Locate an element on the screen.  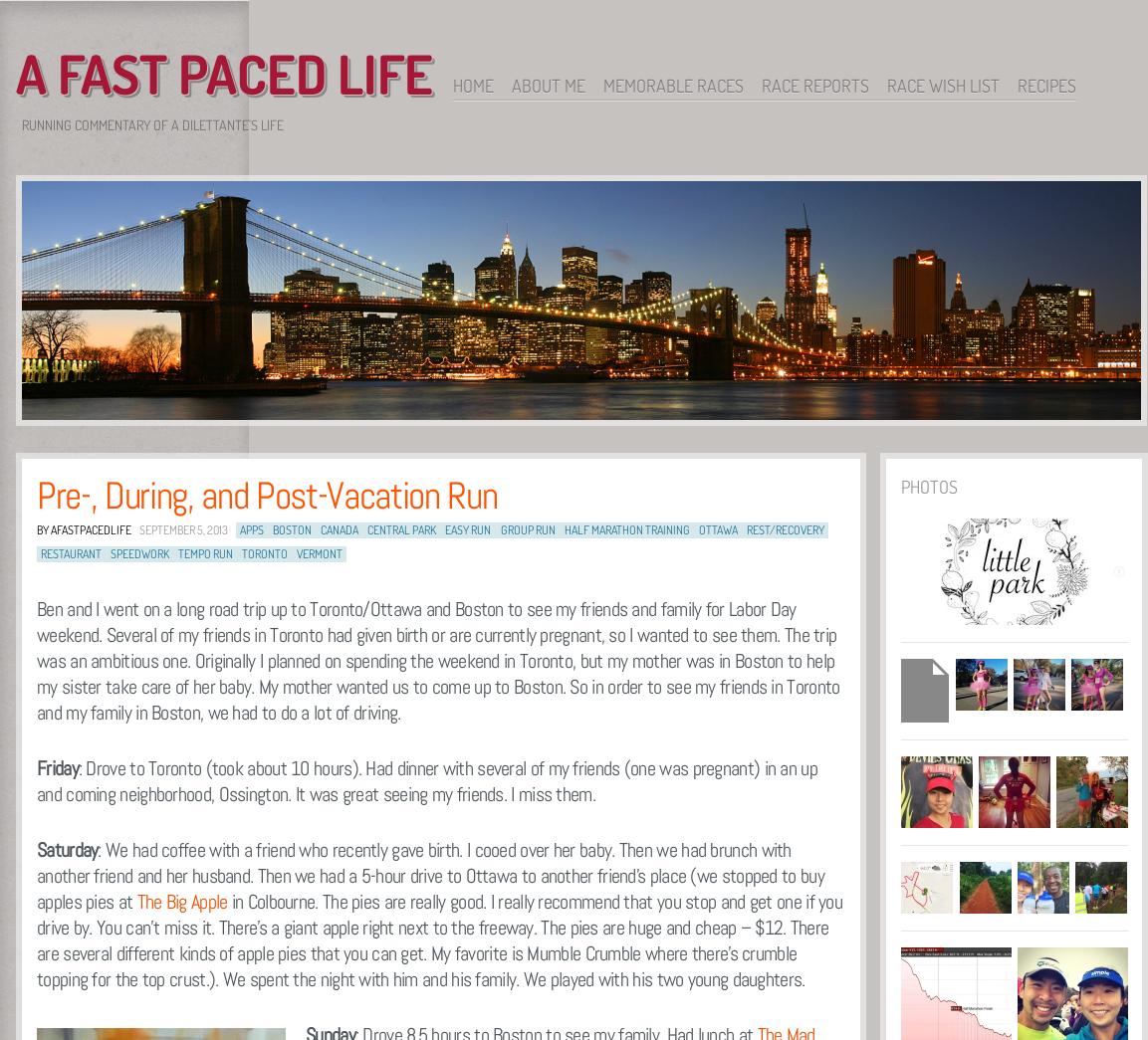
'Photos' is located at coordinates (928, 485).